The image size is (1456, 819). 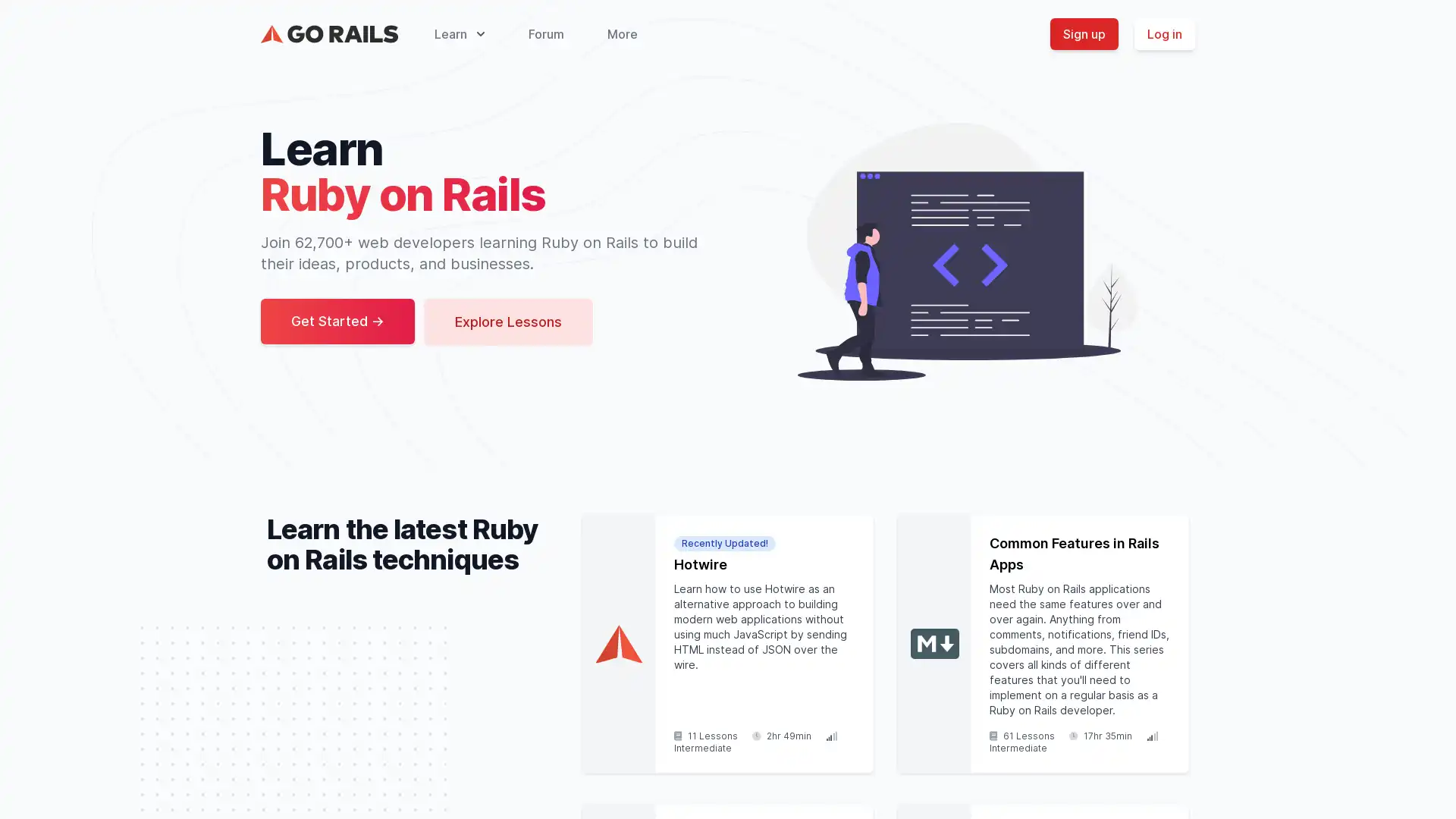 I want to click on More, so click(x=622, y=34).